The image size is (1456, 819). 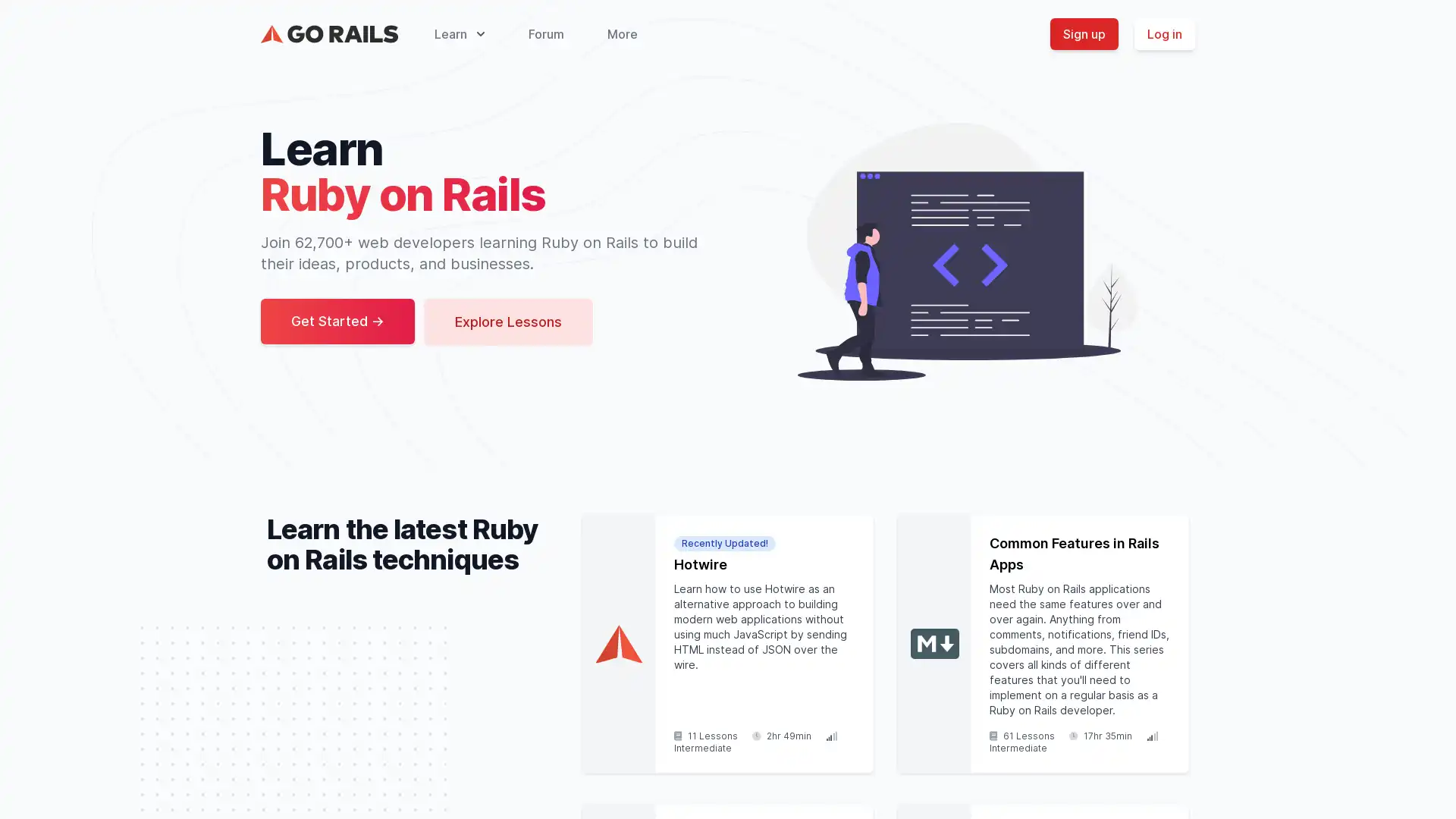 I want to click on More, so click(x=622, y=34).